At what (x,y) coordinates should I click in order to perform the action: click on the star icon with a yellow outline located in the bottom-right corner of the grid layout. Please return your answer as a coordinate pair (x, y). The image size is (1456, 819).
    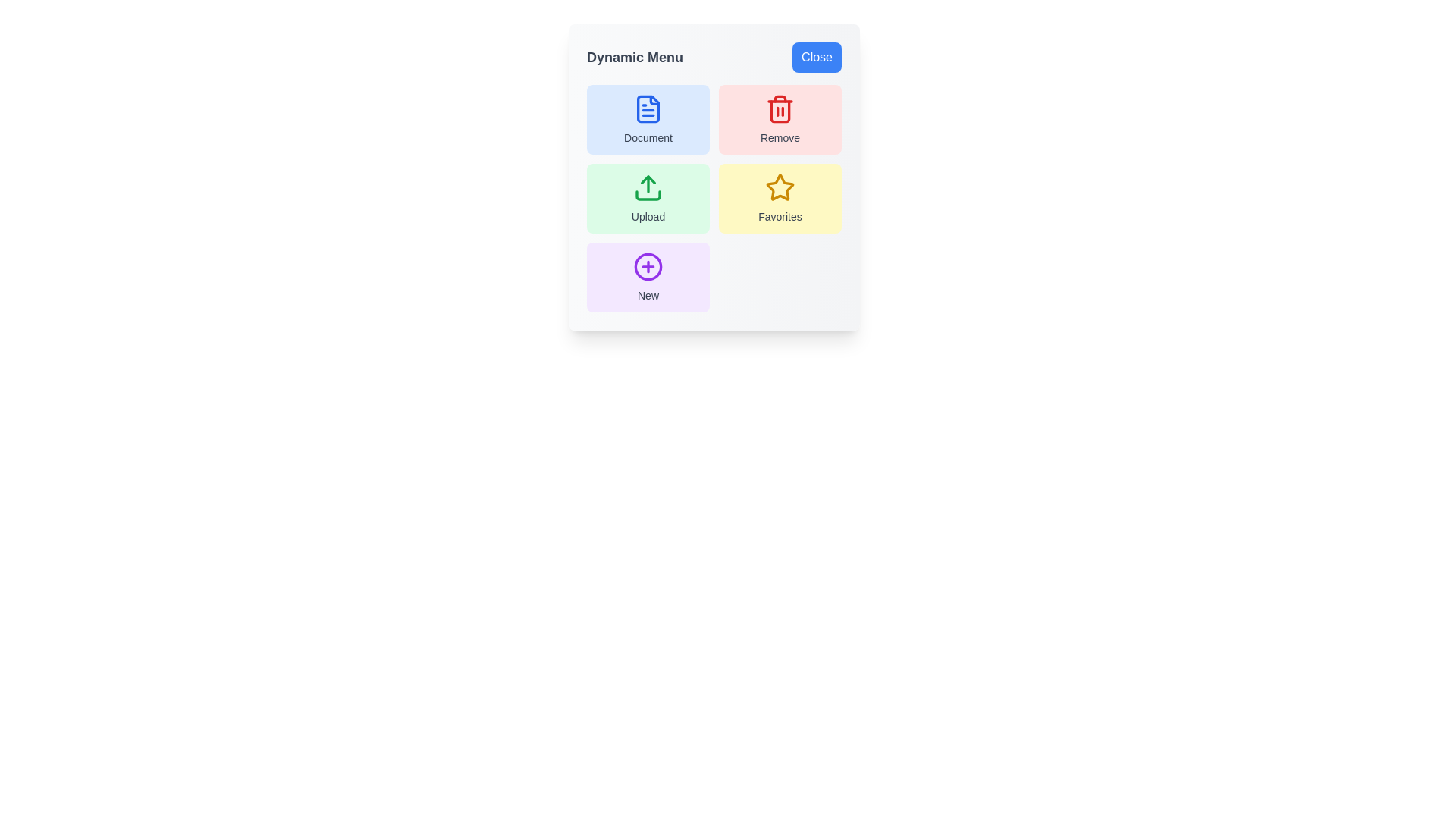
    Looking at the image, I should click on (780, 187).